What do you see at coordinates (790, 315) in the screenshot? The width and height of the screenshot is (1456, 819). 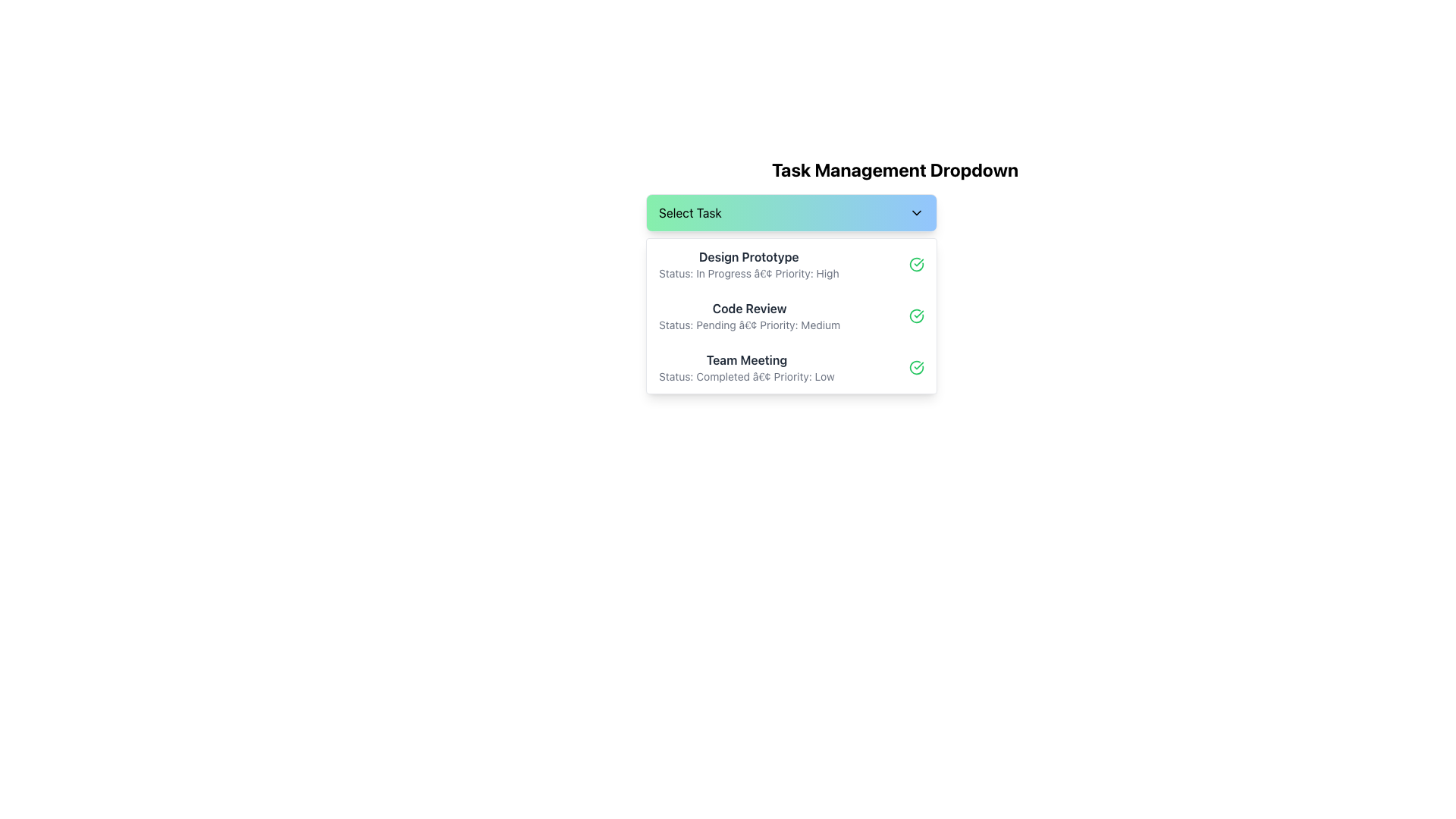 I see `an option in the dropdown menu below the 'Select Task' button` at bounding box center [790, 315].